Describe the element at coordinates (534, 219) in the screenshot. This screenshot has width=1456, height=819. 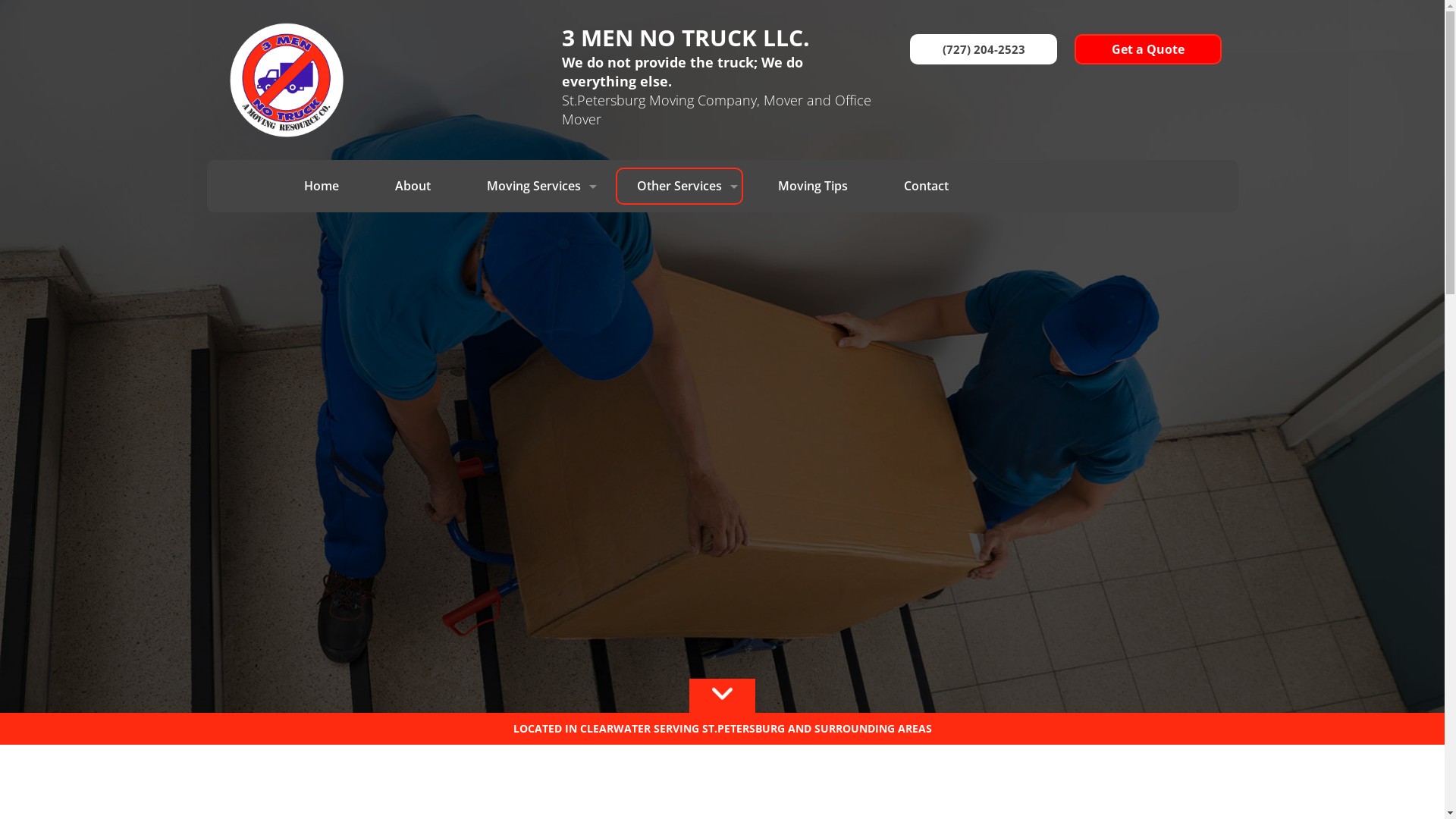
I see `'Long Distance Moving'` at that location.